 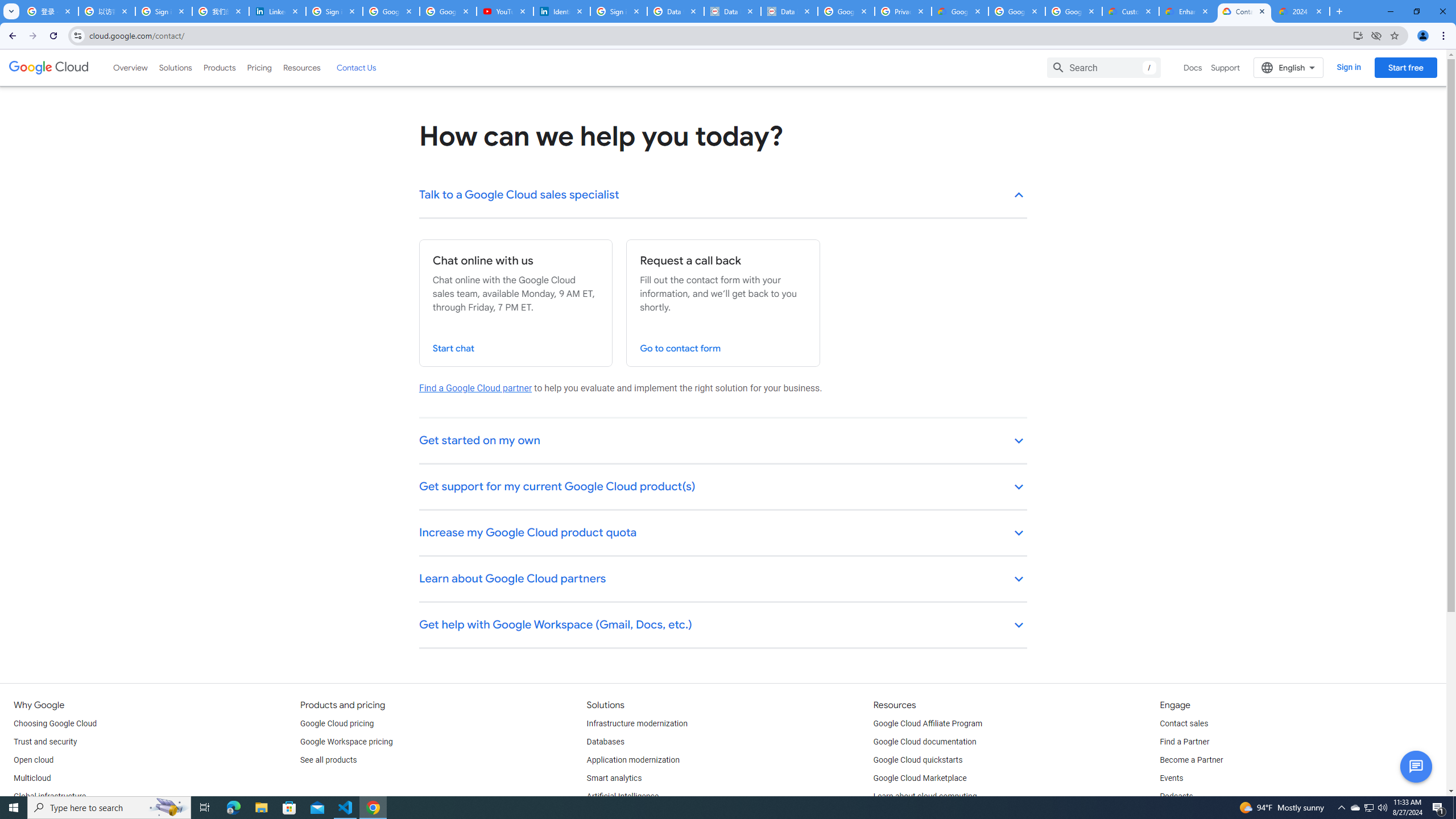 What do you see at coordinates (1015, 11) in the screenshot?
I see `'Google Workspace - Specific Terms'` at bounding box center [1015, 11].